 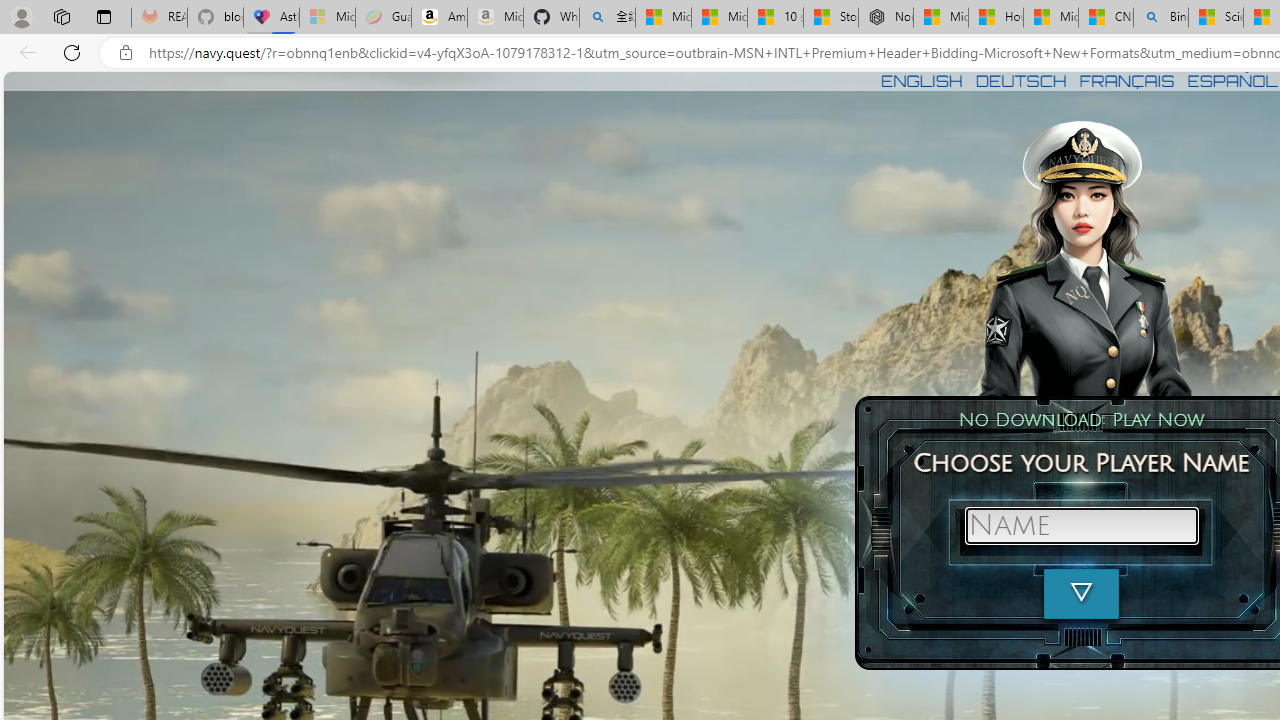 I want to click on 'How I Got Rid of Microsoft Edge', so click(x=995, y=17).